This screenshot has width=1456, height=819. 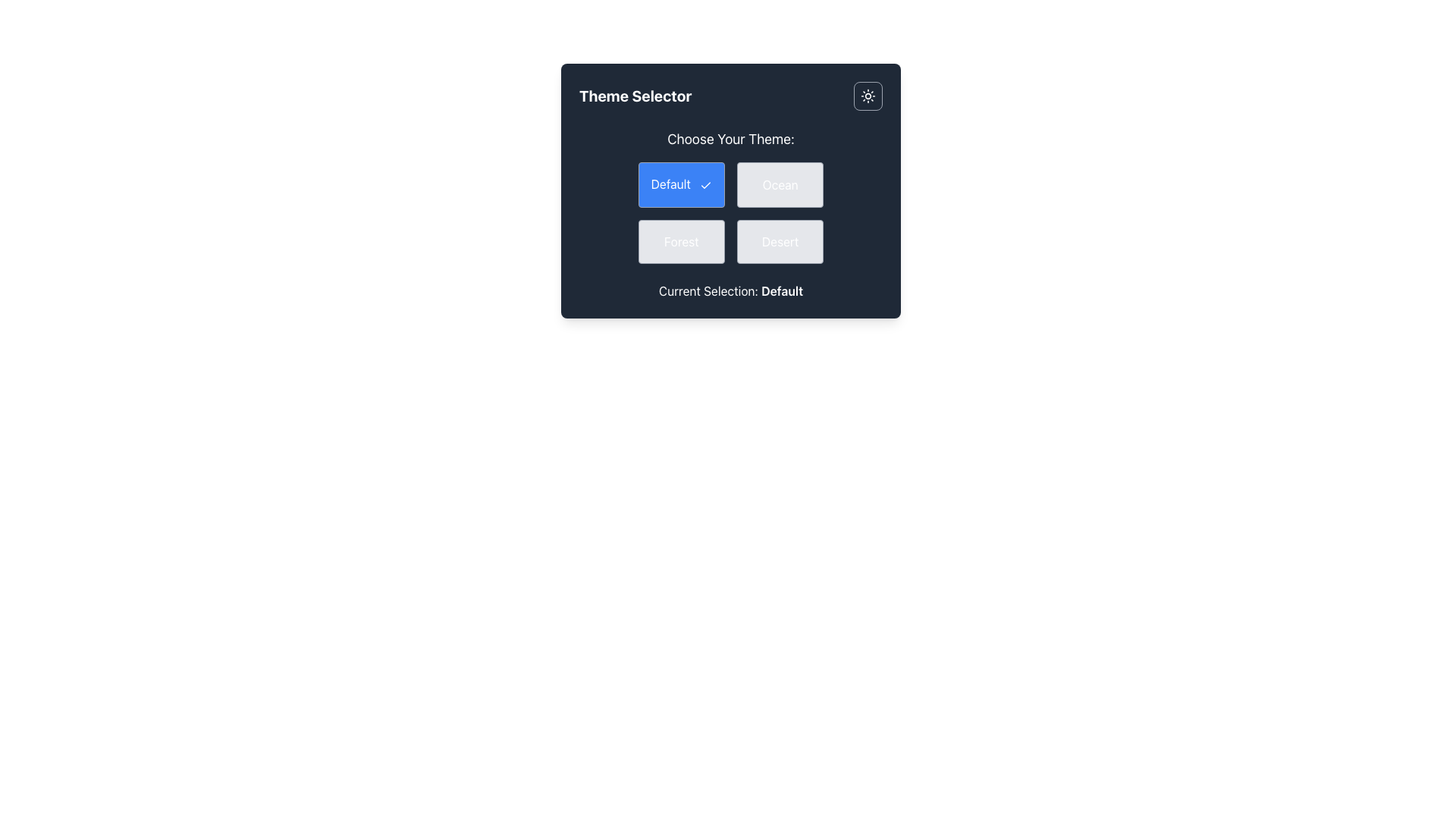 What do you see at coordinates (705, 184) in the screenshot?
I see `the checkmark icon within the 'Default' button in the theme selection dialog, which indicates selection confirmation` at bounding box center [705, 184].